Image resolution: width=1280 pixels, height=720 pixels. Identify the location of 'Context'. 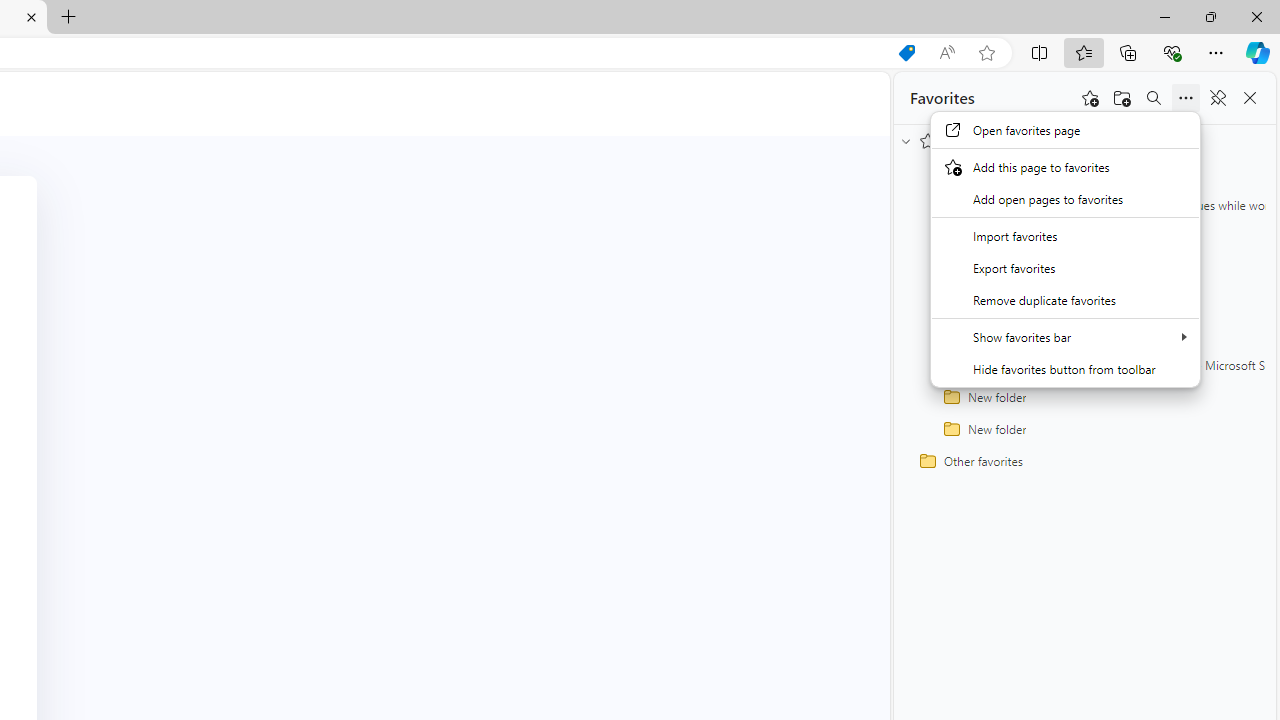
(1064, 248).